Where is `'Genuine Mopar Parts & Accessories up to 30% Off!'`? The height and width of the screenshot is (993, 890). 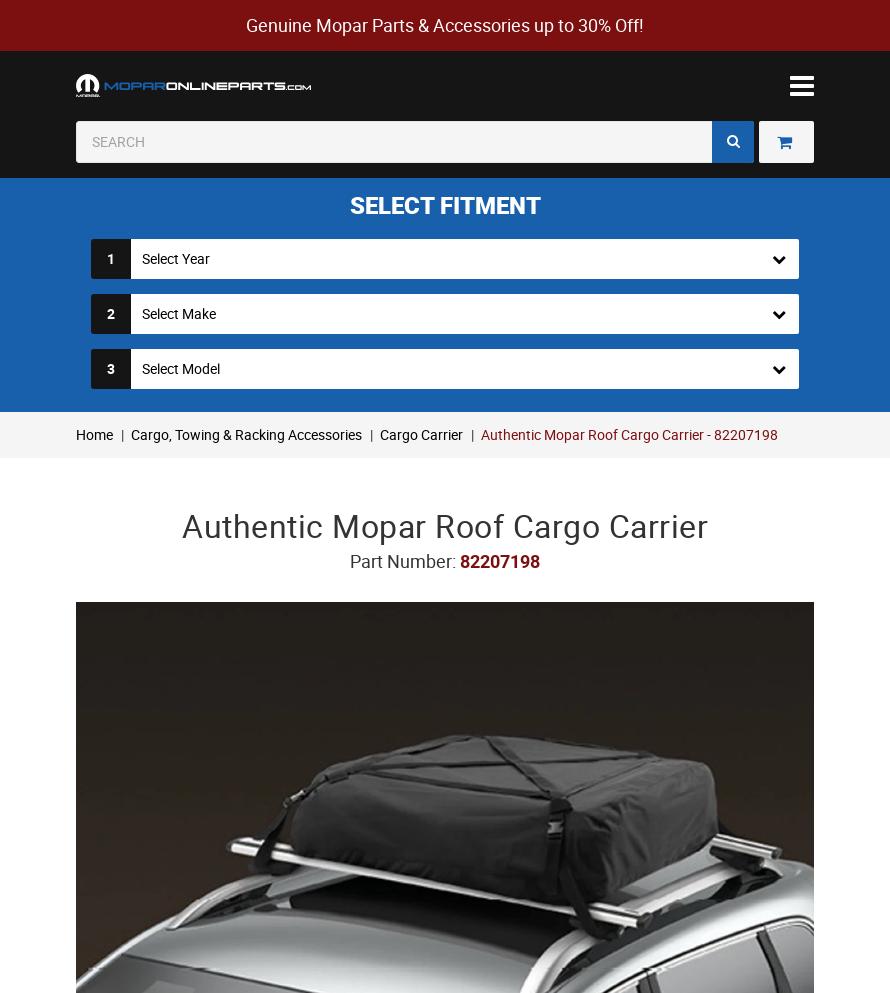
'Genuine Mopar Parts & Accessories up to 30% Off!' is located at coordinates (445, 24).